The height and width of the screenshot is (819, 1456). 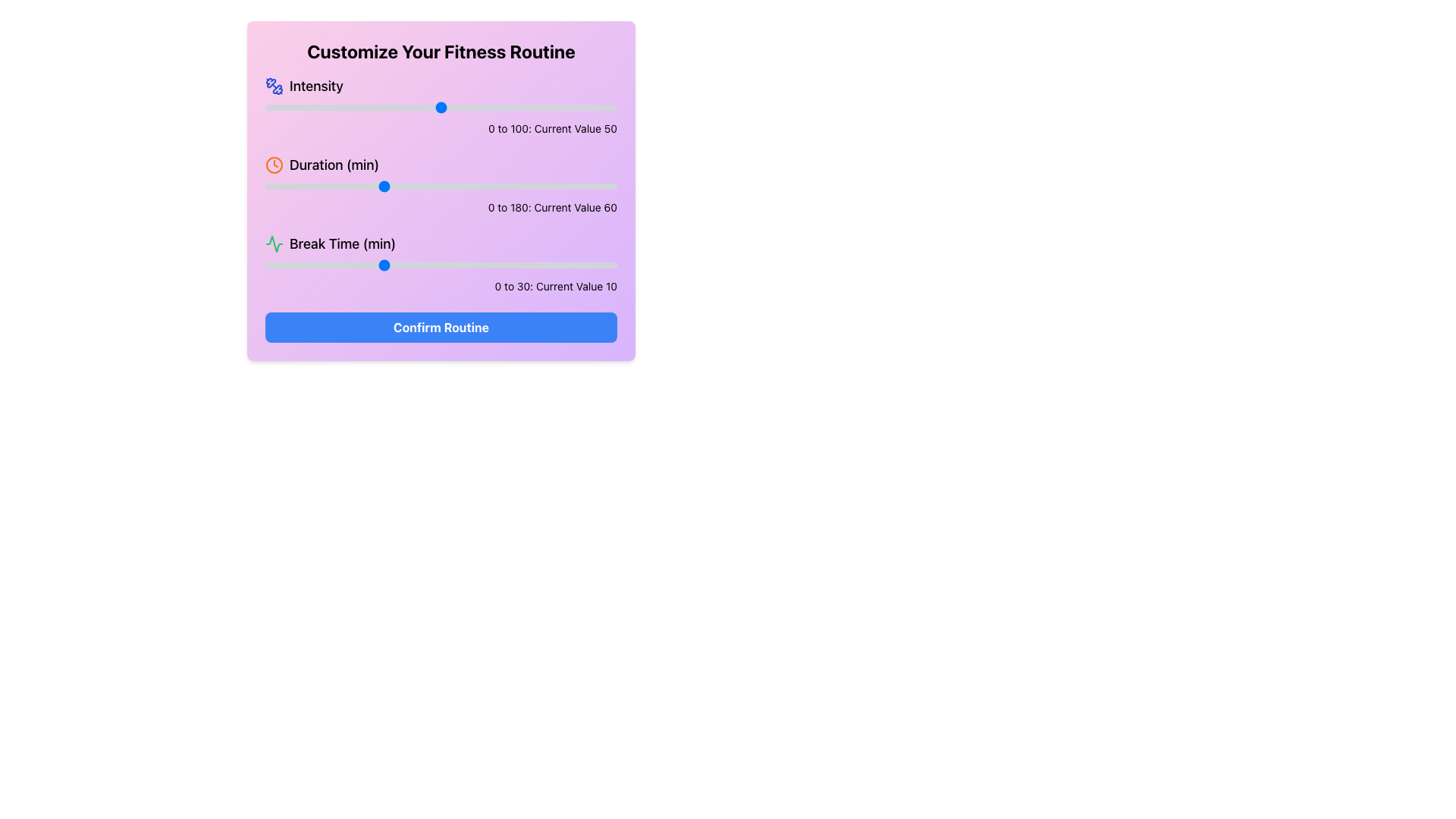 I want to click on the intensity, so click(x=458, y=107).